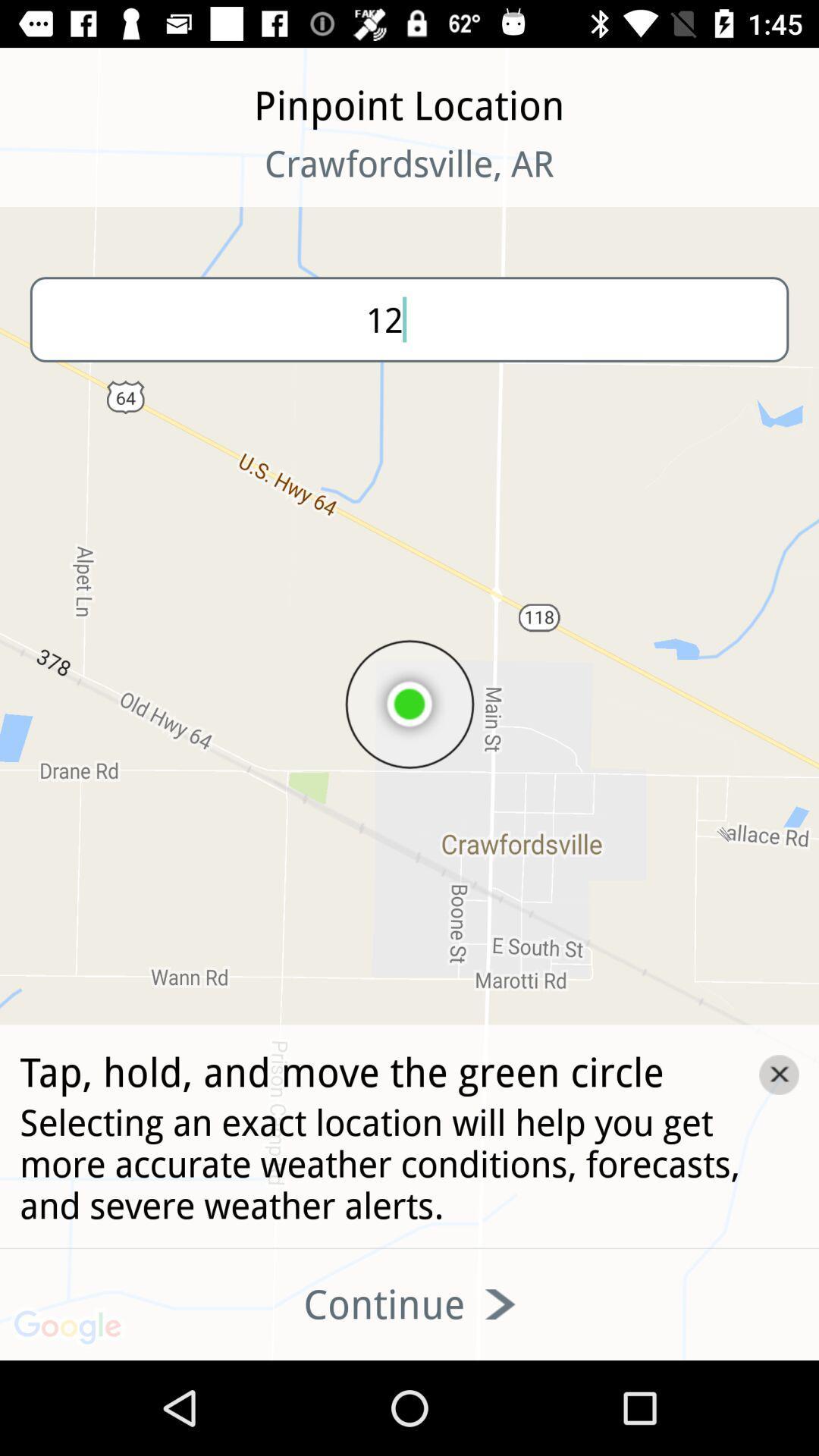  I want to click on the close icon, so click(779, 1074).